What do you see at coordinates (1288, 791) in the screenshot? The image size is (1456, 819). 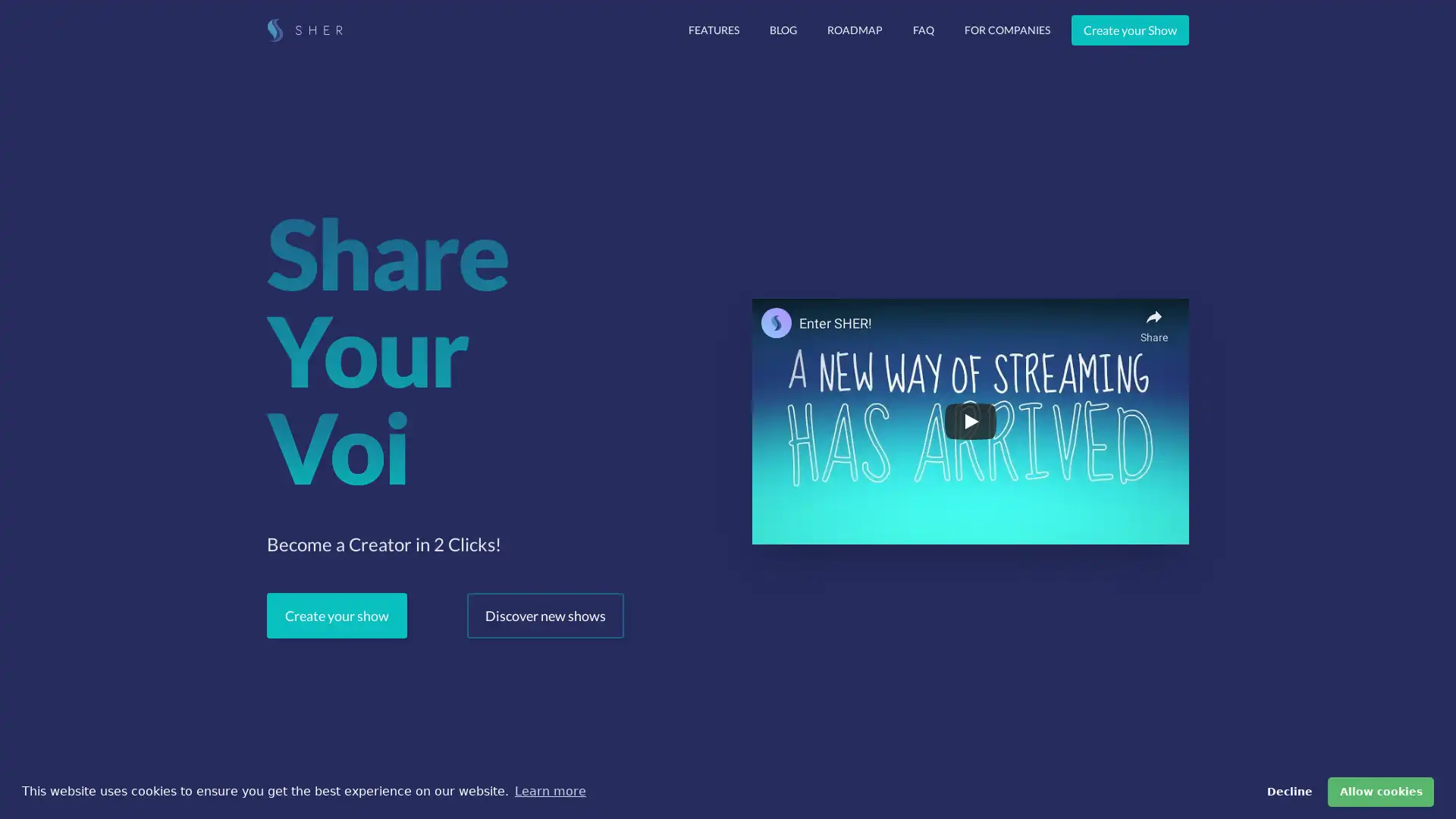 I see `deny cookies` at bounding box center [1288, 791].